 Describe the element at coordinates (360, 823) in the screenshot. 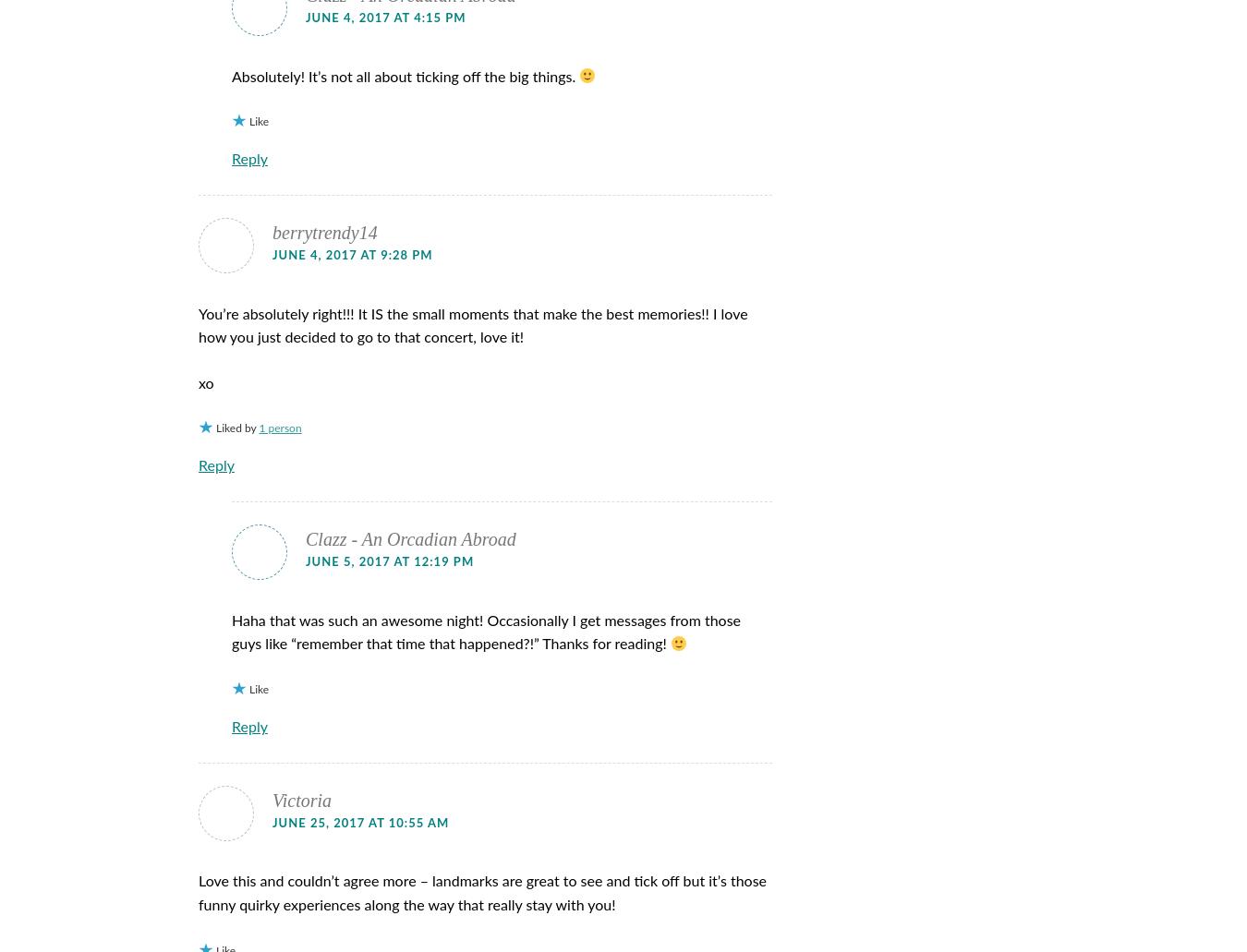

I see `'June 25, 2017 at 10:55 am'` at that location.